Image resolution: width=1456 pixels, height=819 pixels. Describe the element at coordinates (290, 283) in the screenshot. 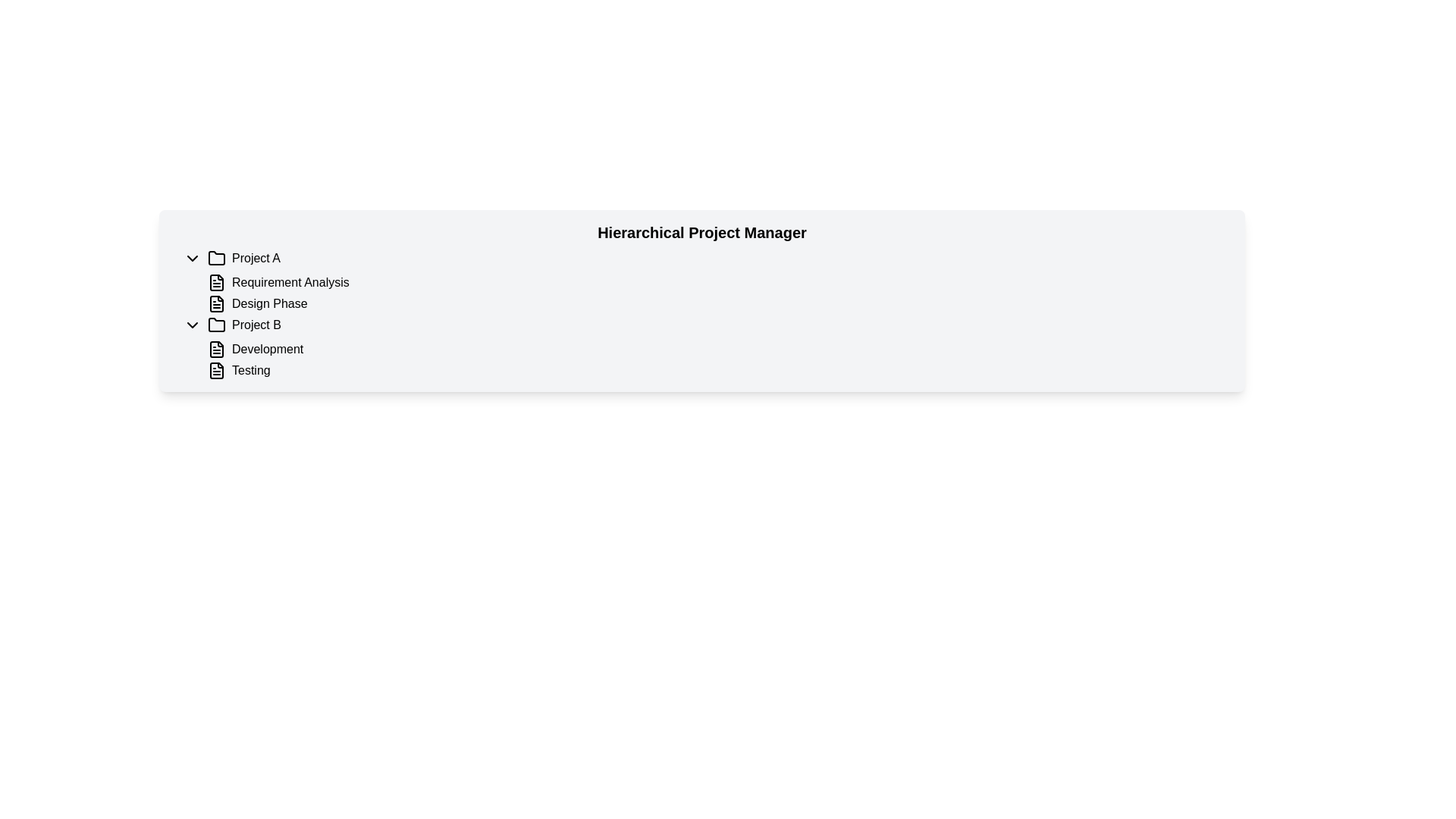

I see `text from the label displaying 'Requirement Analysis' which is part of the 'Project A' section and is aligned with other project items` at that location.